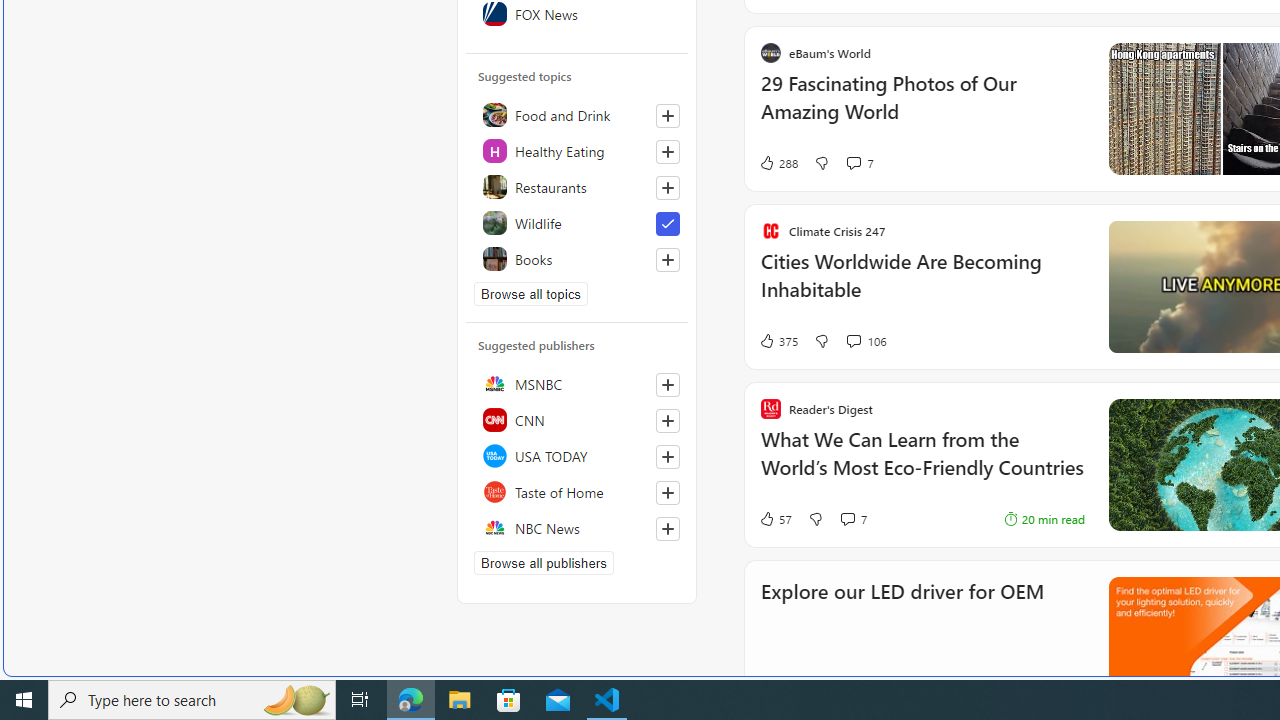  Describe the element at coordinates (777, 339) in the screenshot. I see `'375 Like'` at that location.